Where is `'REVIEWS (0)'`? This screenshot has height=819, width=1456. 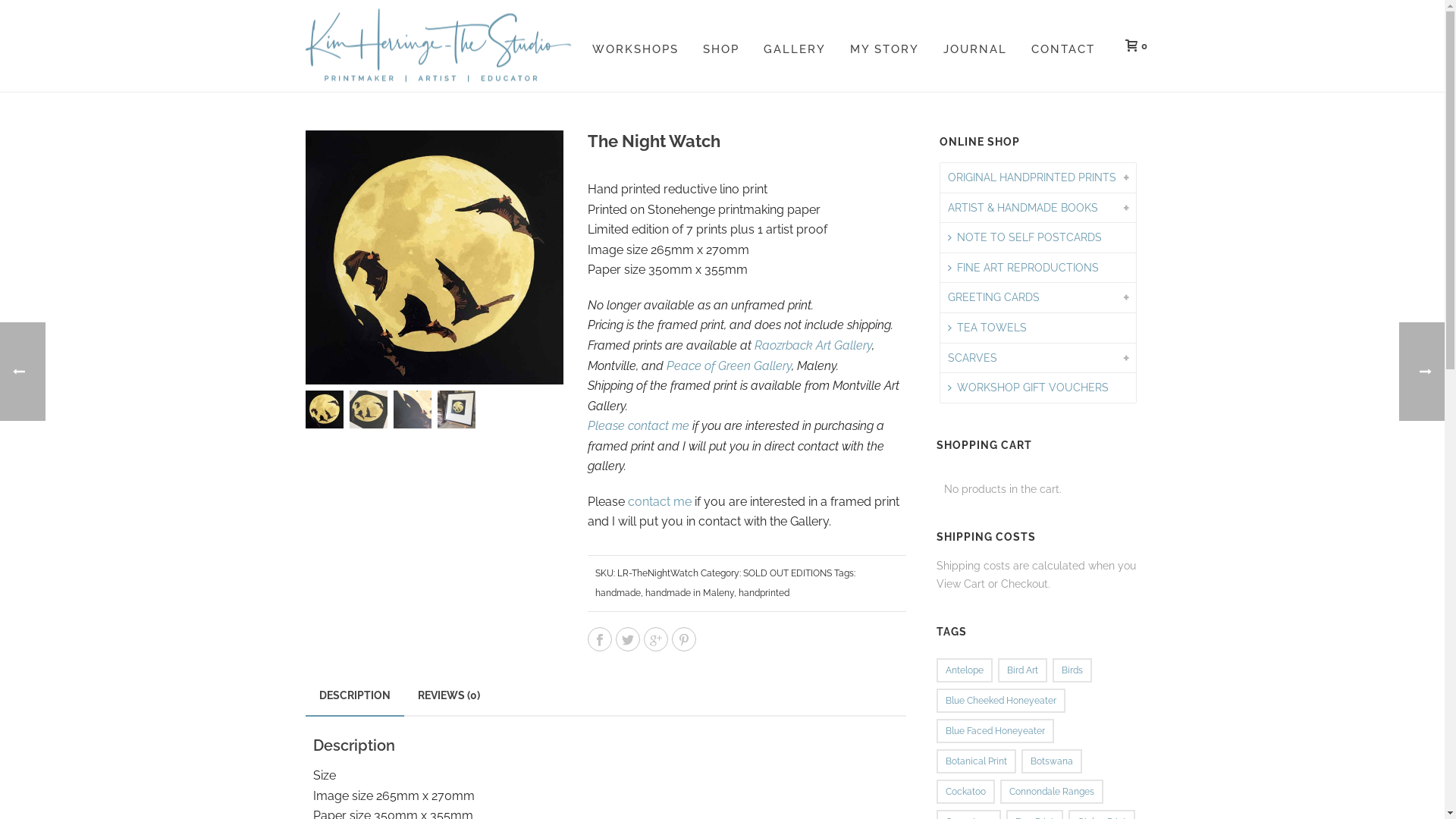 'REVIEWS (0)' is located at coordinates (447, 695).